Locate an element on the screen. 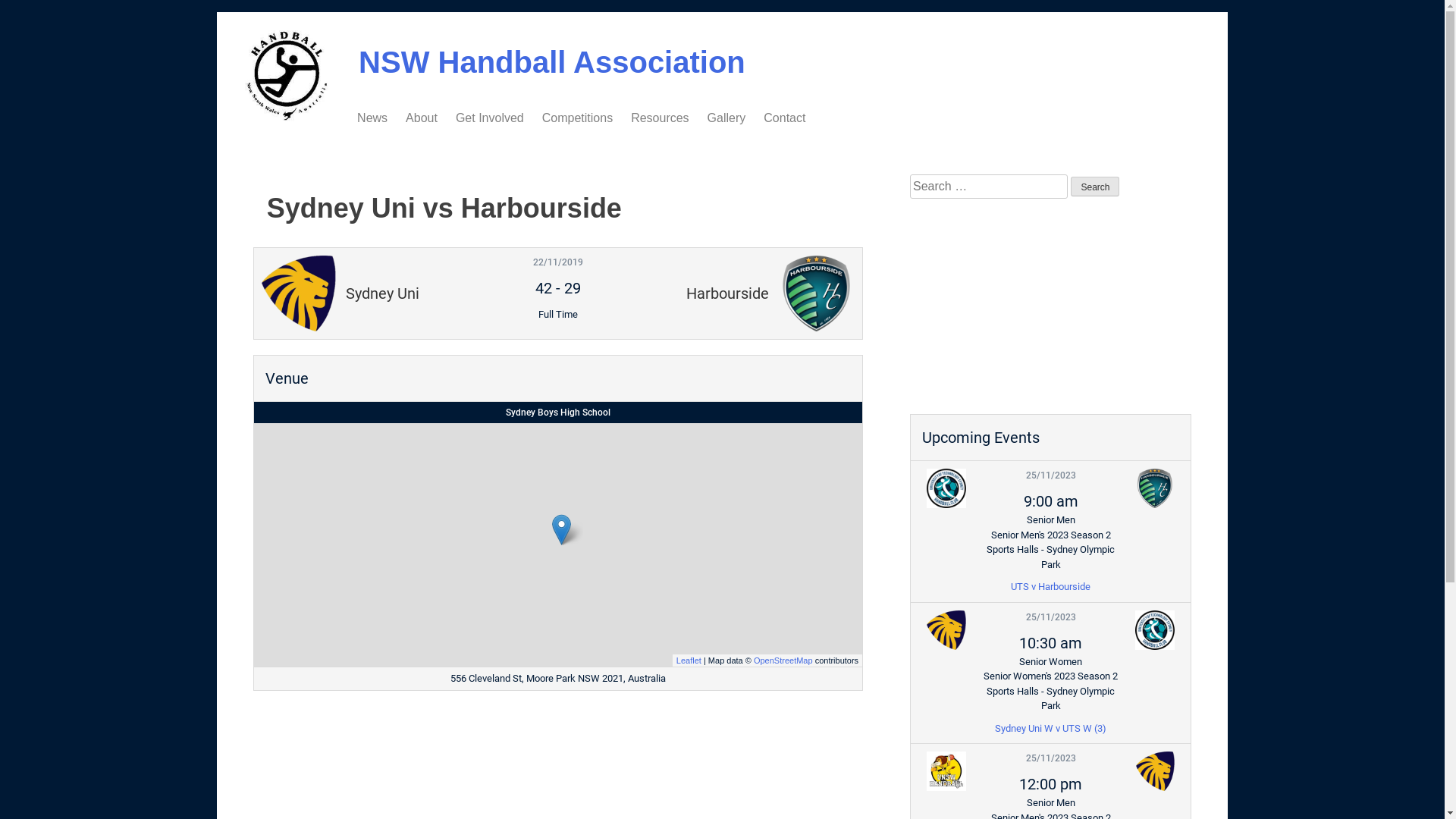 The width and height of the screenshot is (1456, 819). 'Contact' is located at coordinates (764, 117).